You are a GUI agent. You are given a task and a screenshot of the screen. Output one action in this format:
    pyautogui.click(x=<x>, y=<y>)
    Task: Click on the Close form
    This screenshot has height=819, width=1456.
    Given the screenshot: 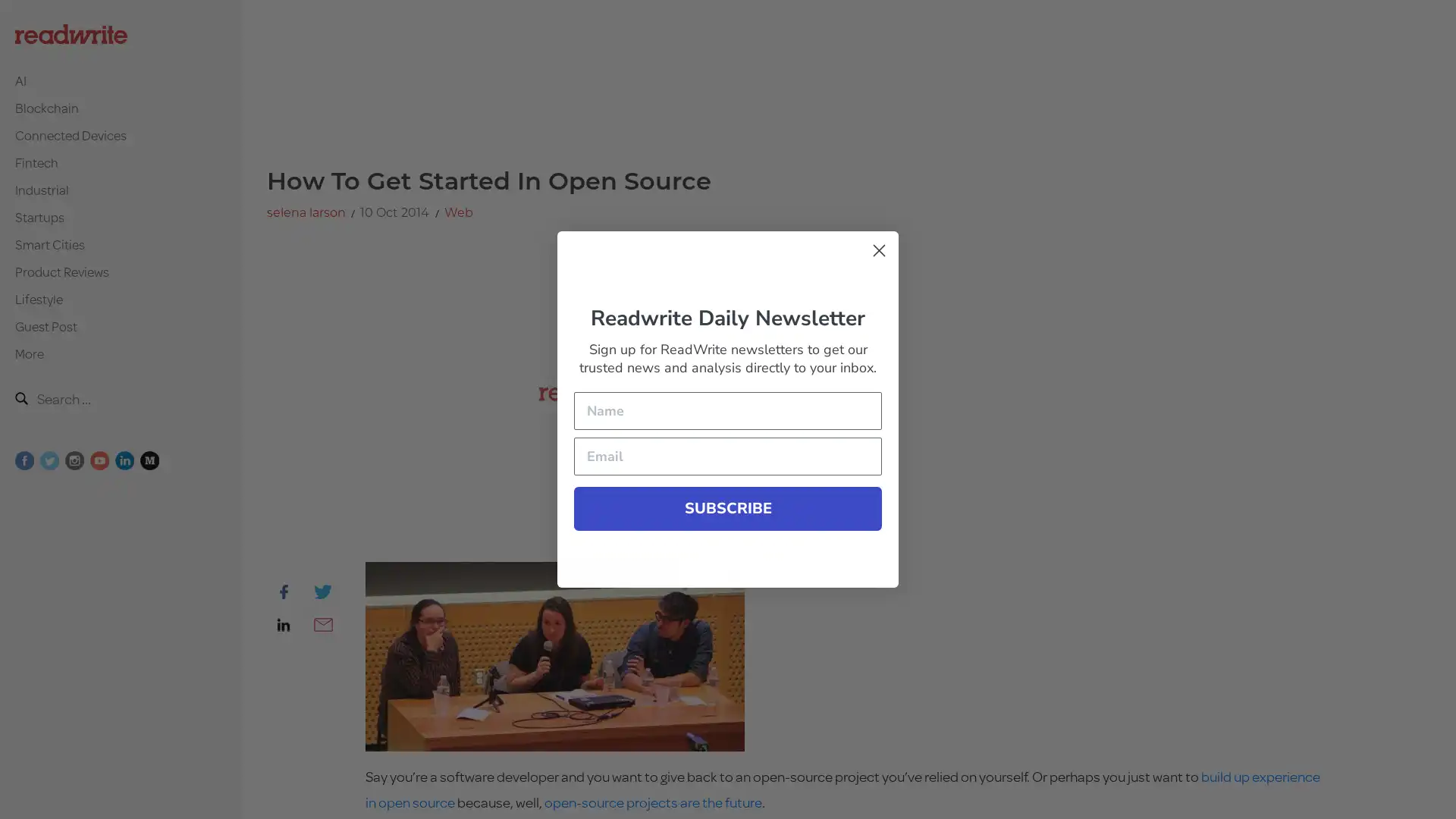 What is the action you would take?
    pyautogui.click(x=1420, y=466)
    